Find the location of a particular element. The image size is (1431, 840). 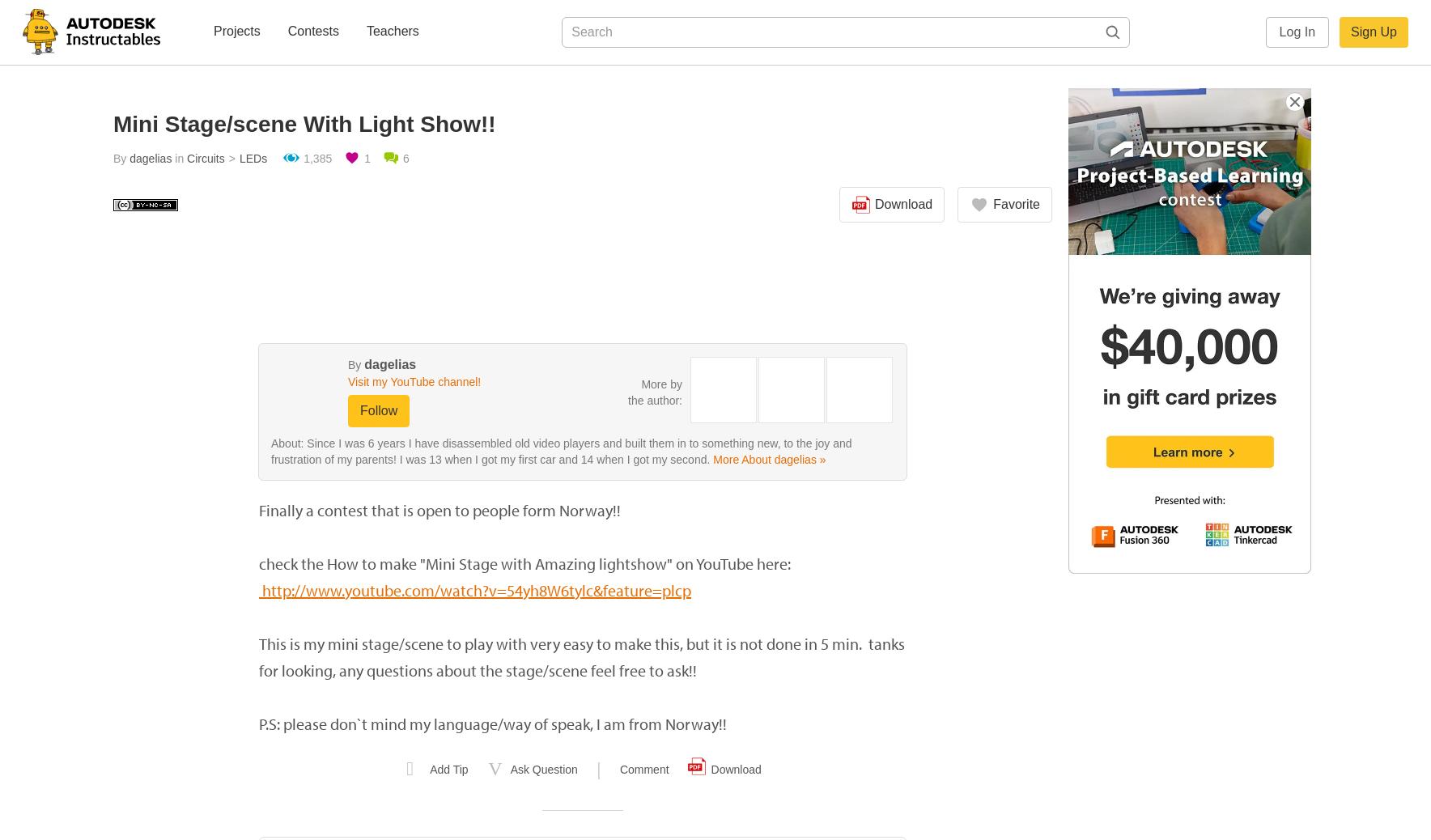

'Circuits' is located at coordinates (206, 157).